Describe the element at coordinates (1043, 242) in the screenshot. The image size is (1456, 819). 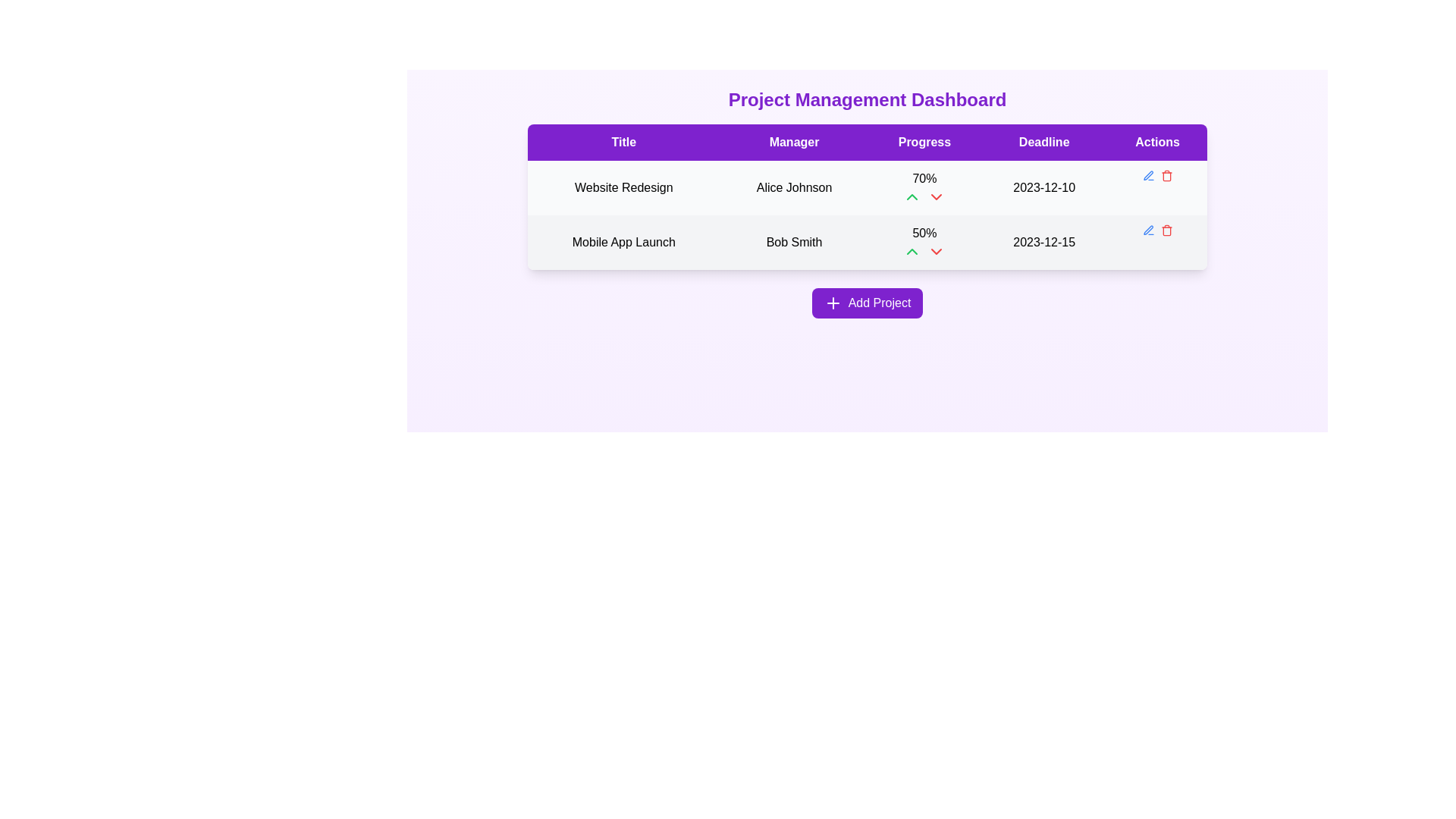
I see `the deadline date text display for the 'Mobile App Launch' project, located in the second row and fourth column of the table` at that location.